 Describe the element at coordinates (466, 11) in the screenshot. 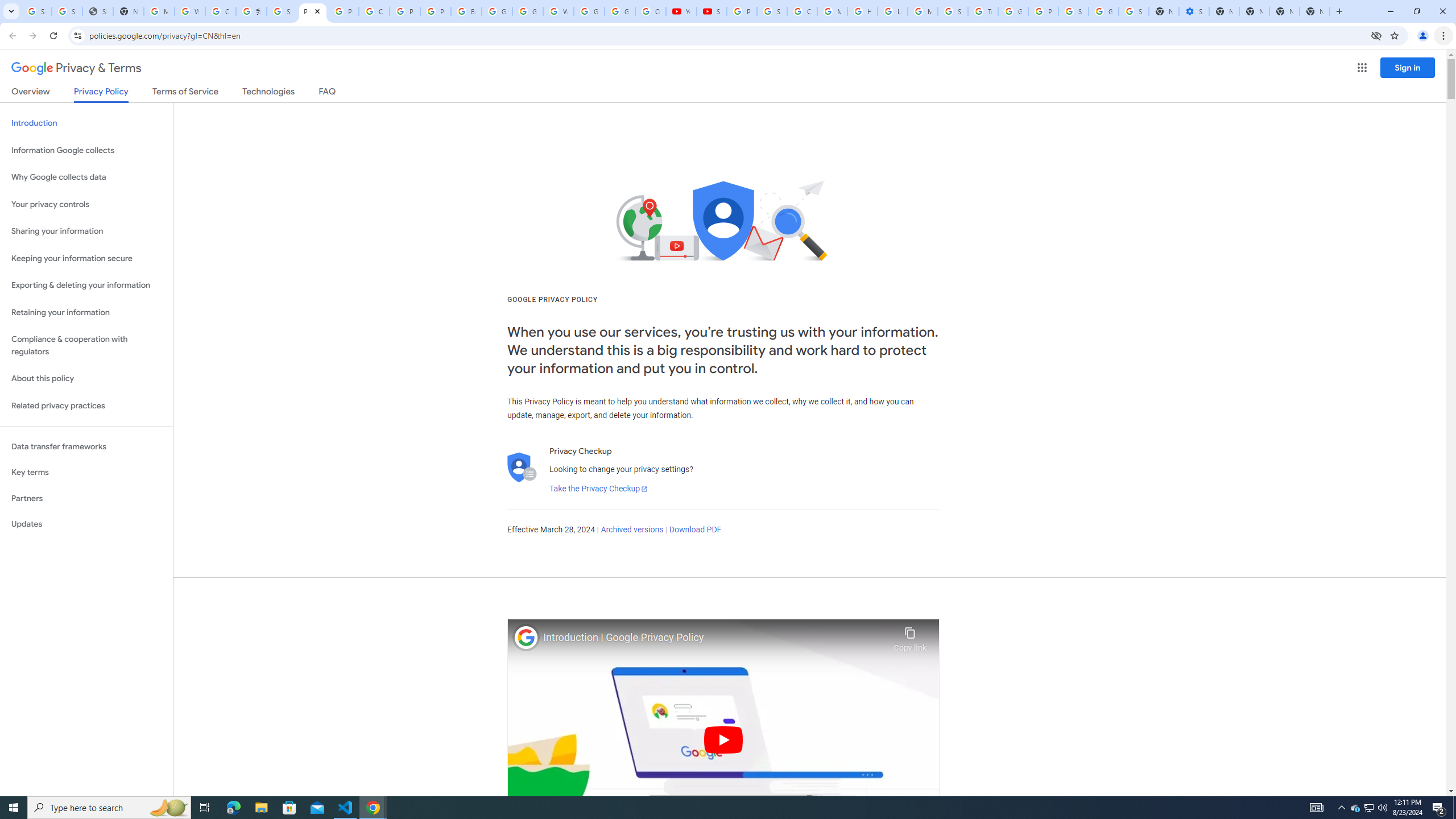

I see `'Edit and view right-to-left text - Google Docs Editors Help'` at that location.